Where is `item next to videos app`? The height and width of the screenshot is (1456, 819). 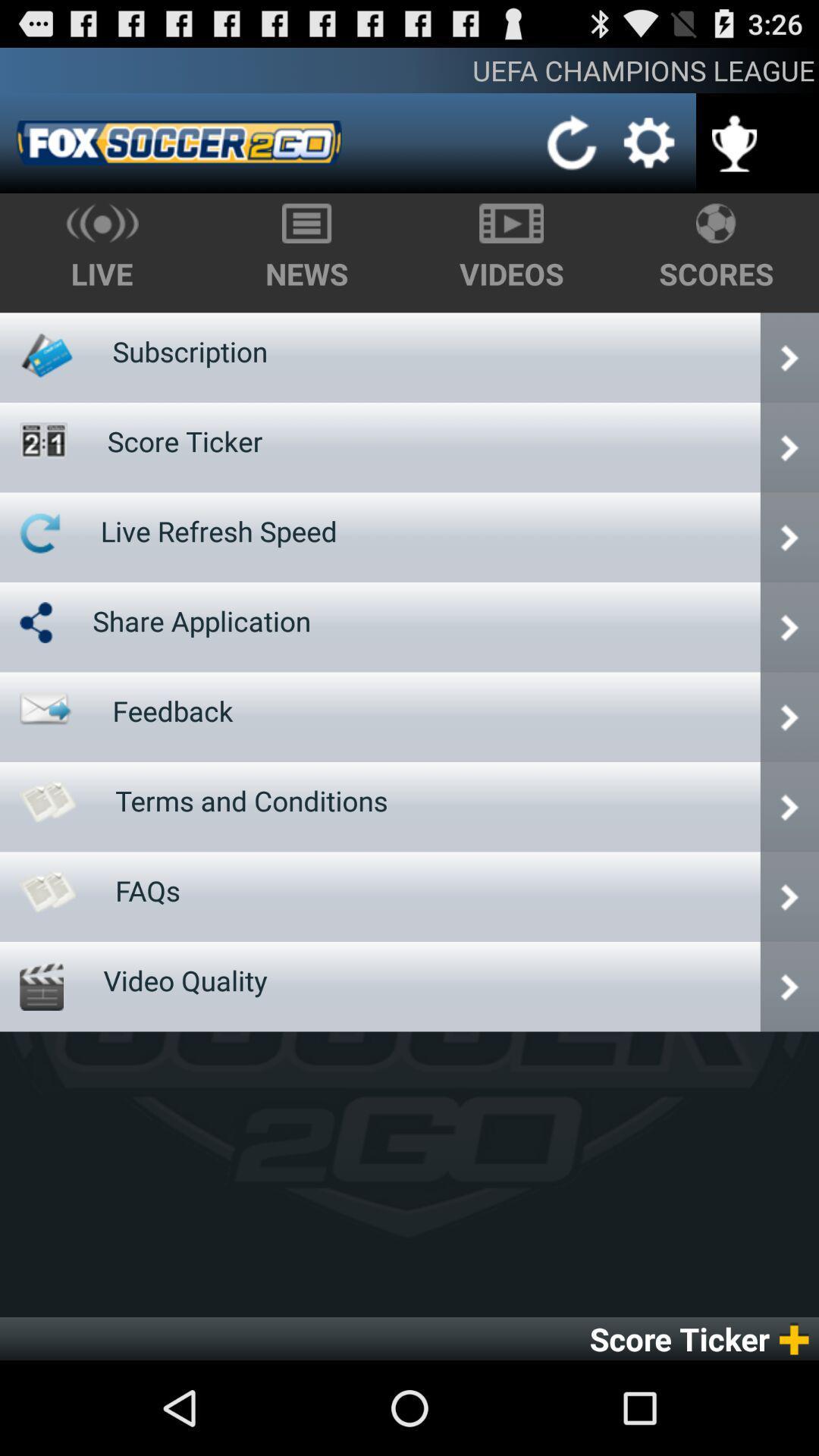 item next to videos app is located at coordinates (189, 350).